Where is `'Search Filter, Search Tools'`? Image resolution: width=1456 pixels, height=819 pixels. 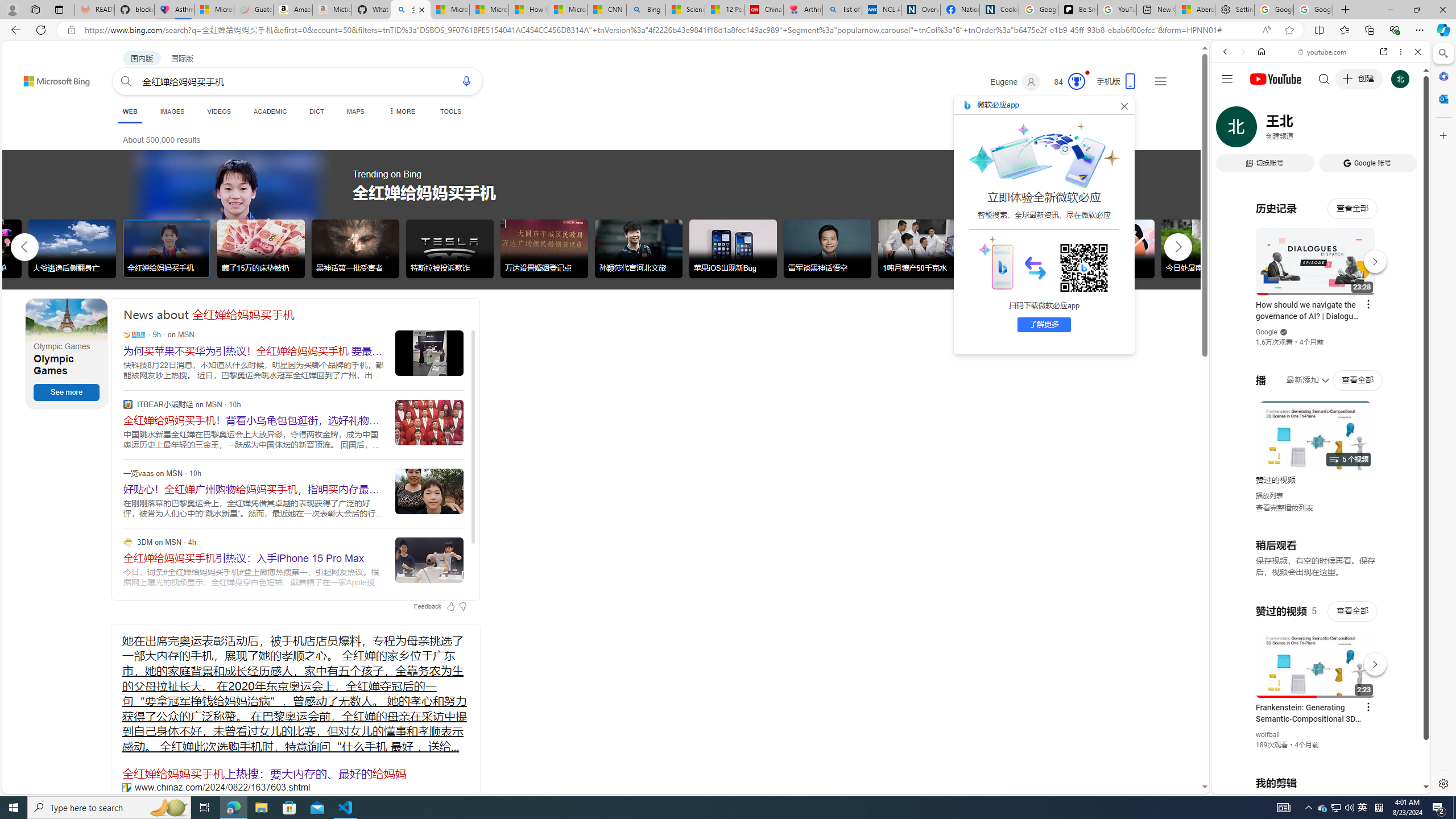 'Search Filter, Search Tools' is located at coordinates (1350, 129).